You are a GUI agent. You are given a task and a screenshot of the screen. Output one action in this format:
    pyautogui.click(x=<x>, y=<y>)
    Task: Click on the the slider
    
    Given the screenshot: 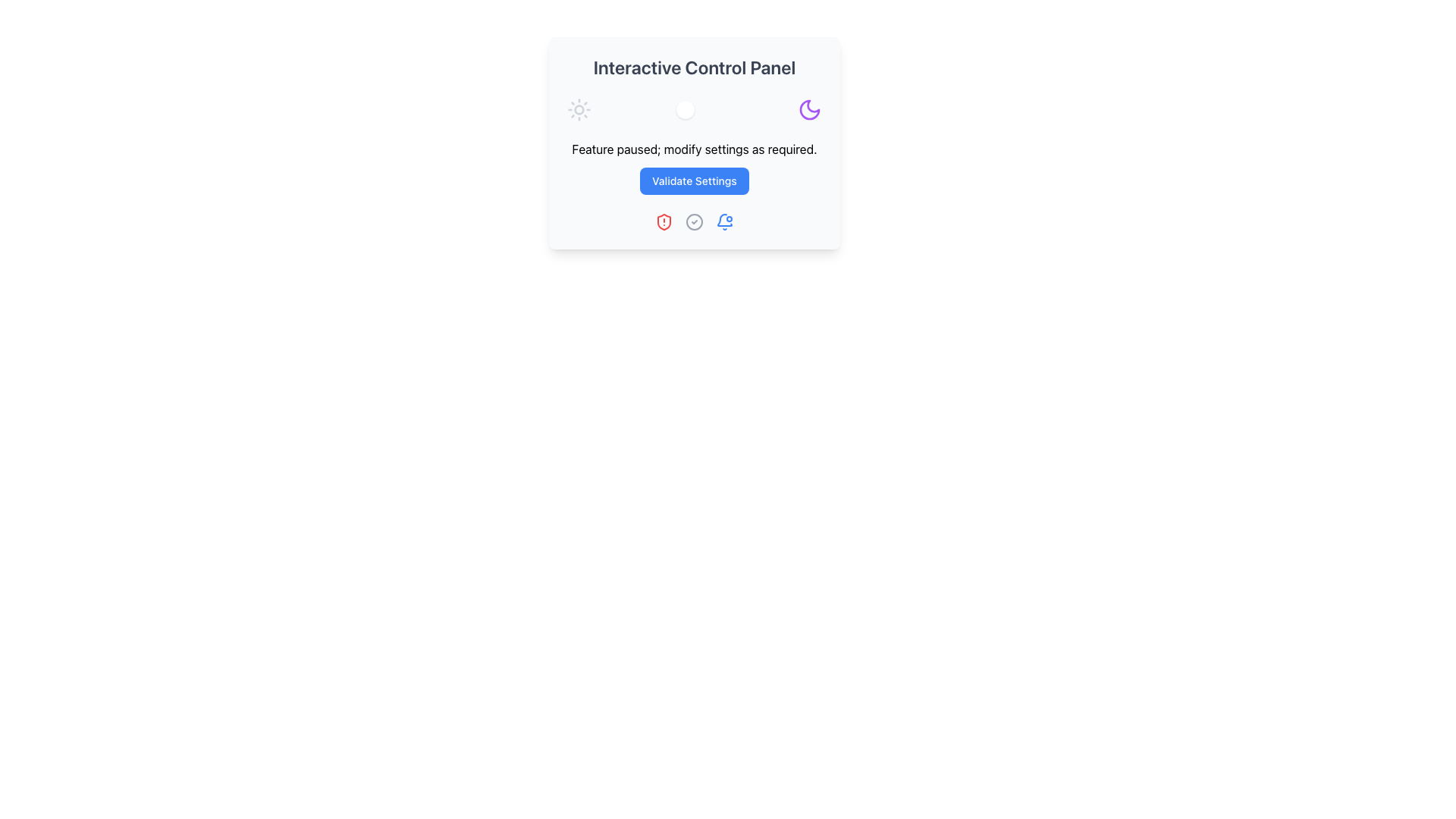 What is the action you would take?
    pyautogui.click(x=677, y=109)
    